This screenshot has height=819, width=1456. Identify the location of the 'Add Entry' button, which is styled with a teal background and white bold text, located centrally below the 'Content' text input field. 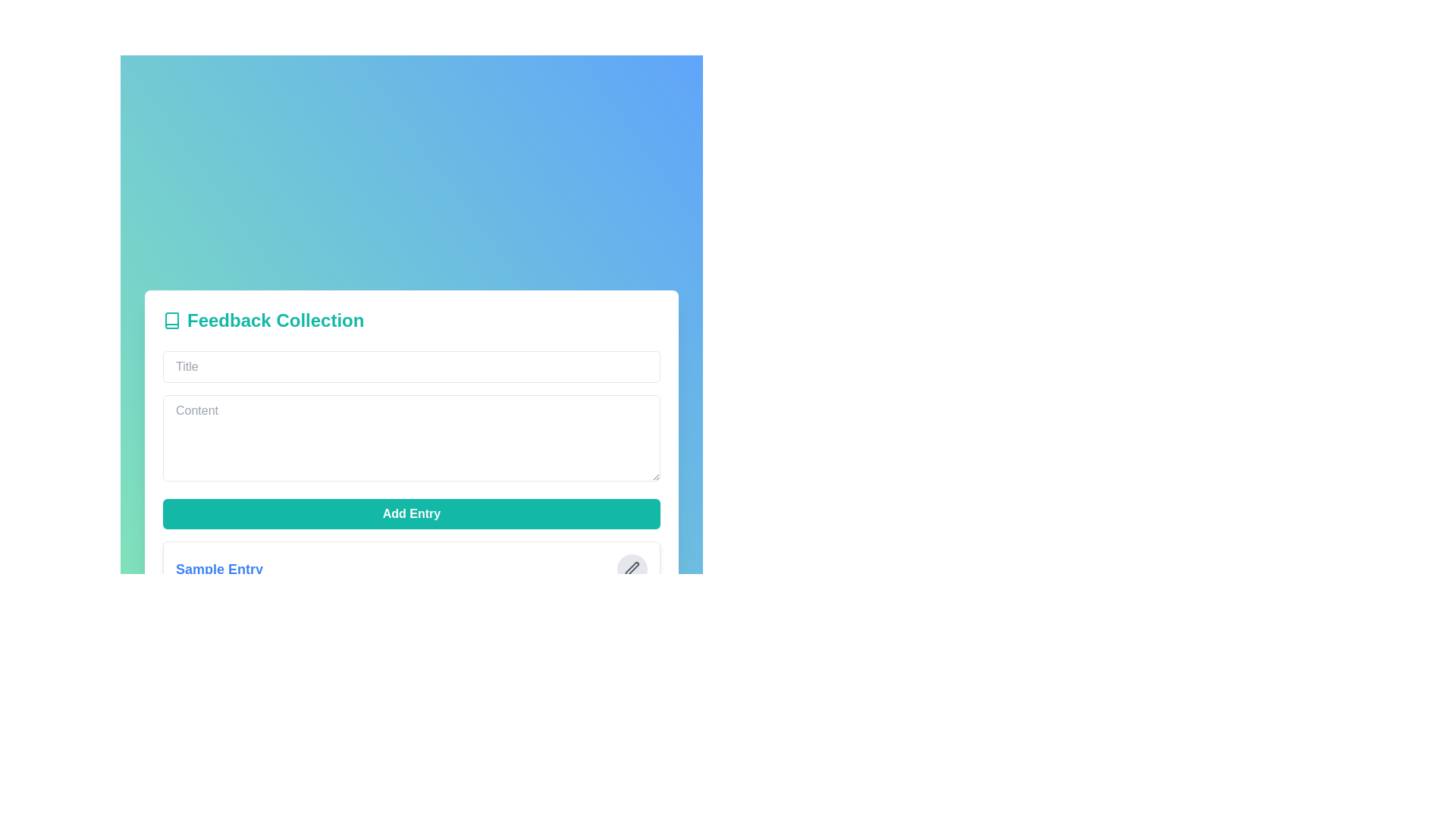
(411, 513).